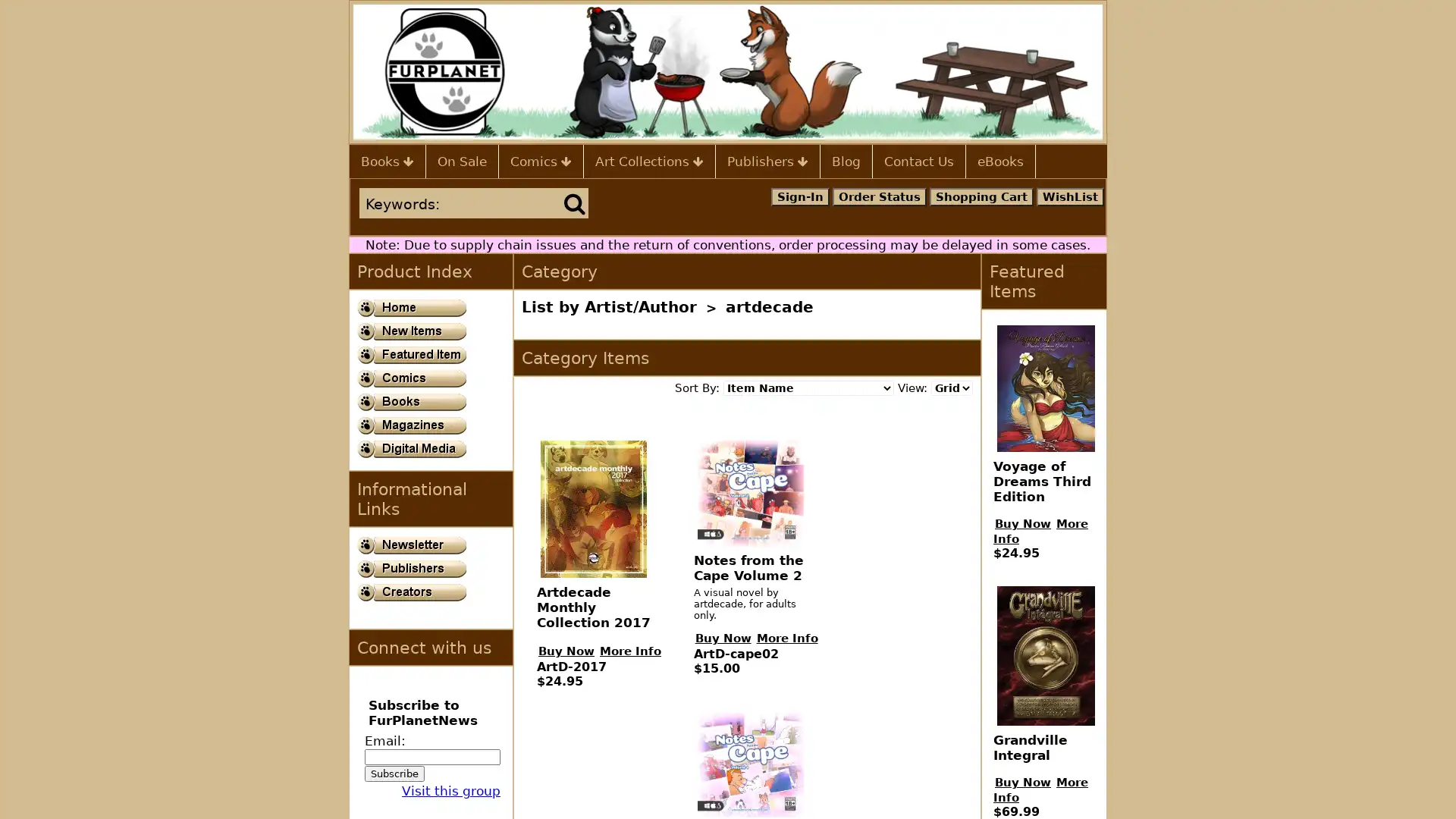 This screenshot has width=1456, height=819. What do you see at coordinates (394, 773) in the screenshot?
I see `Subscribe` at bounding box center [394, 773].